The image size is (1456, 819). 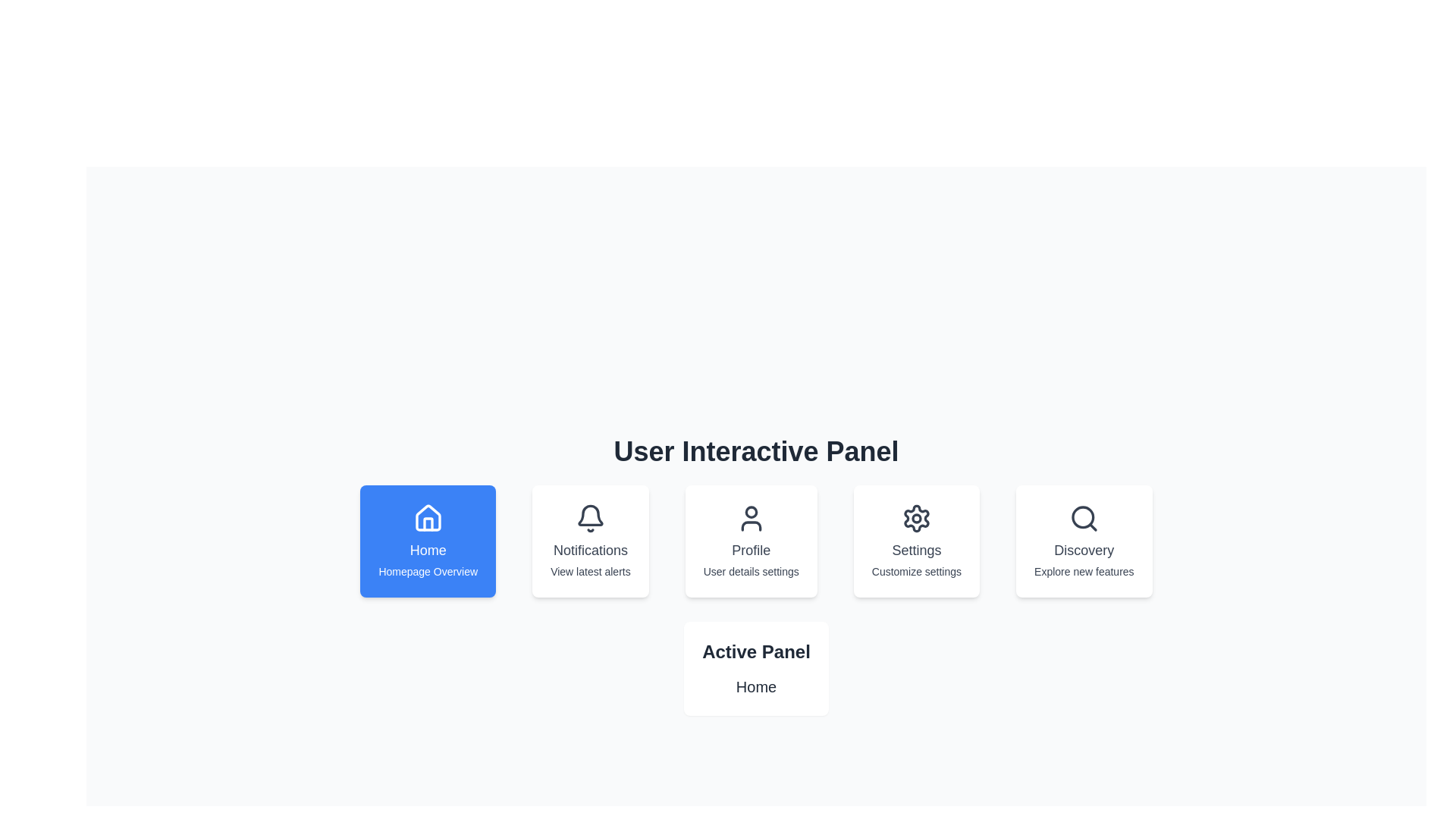 What do you see at coordinates (751, 517) in the screenshot?
I see `the user profile icon located at the top of the 'Profile' card` at bounding box center [751, 517].